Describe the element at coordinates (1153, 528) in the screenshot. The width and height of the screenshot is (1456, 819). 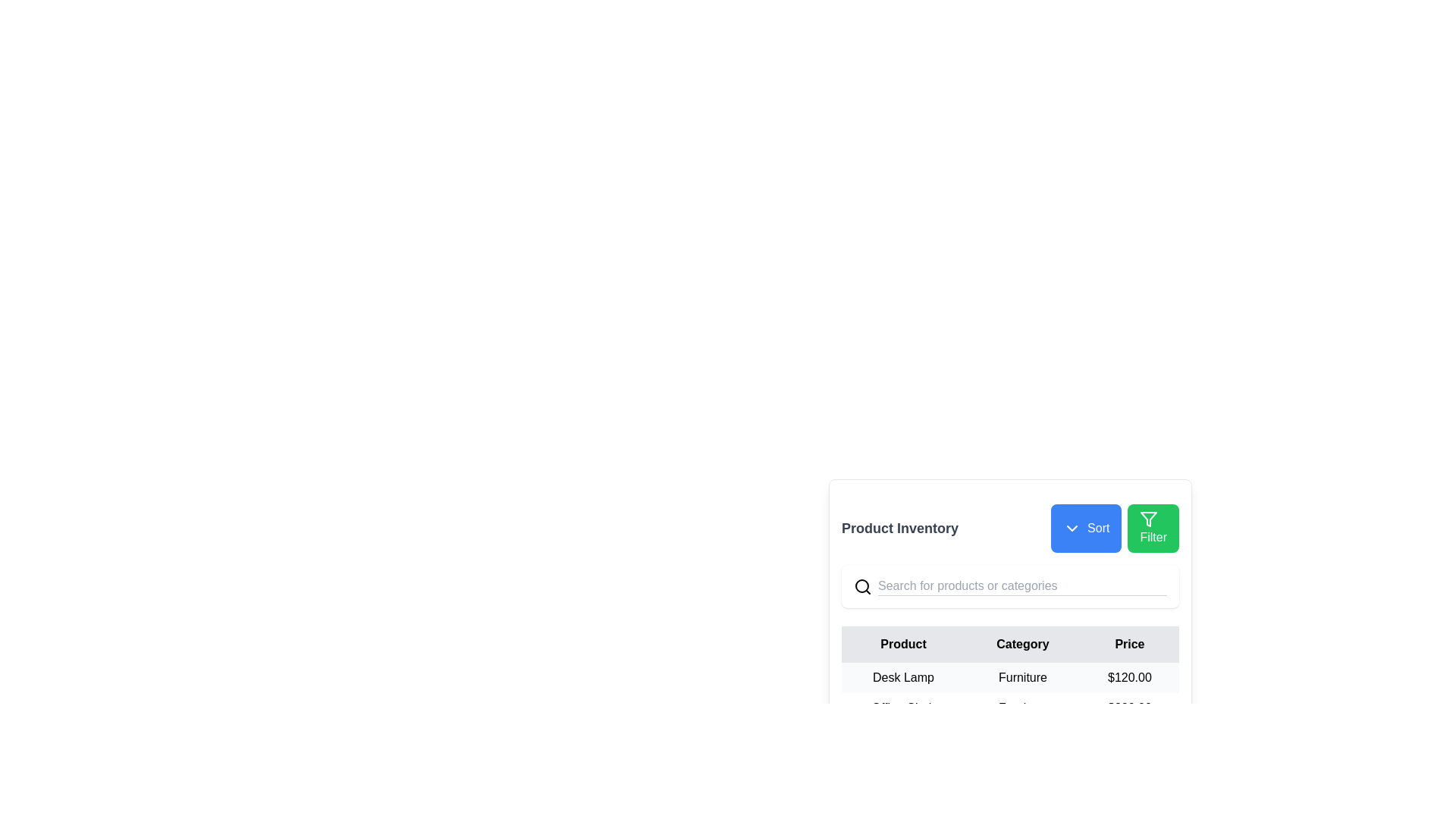
I see `the filter button located at the top-right corner of the product inventory table` at that location.